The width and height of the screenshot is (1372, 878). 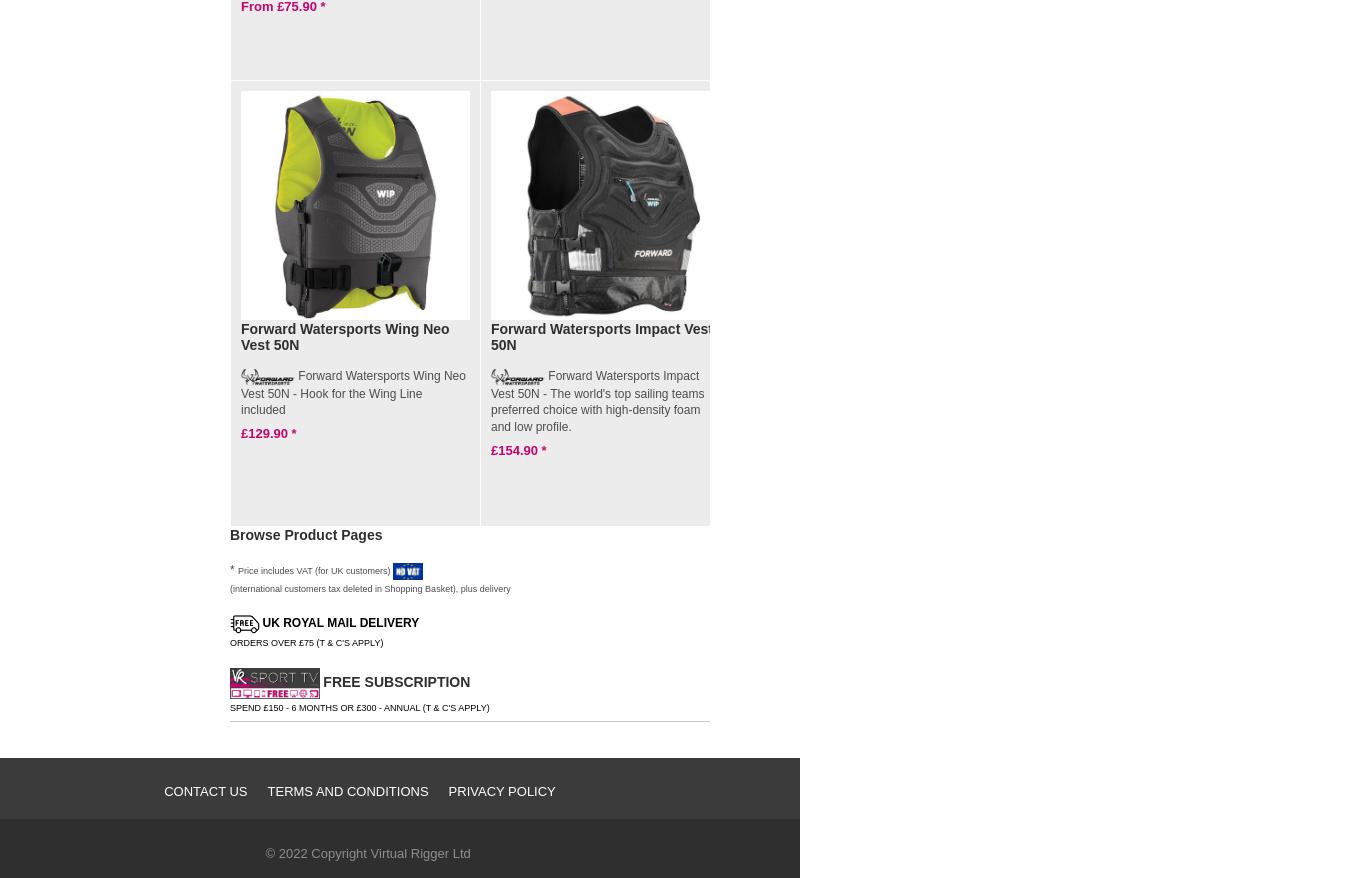 What do you see at coordinates (755, 433) in the screenshot?
I see `'From'` at bounding box center [755, 433].